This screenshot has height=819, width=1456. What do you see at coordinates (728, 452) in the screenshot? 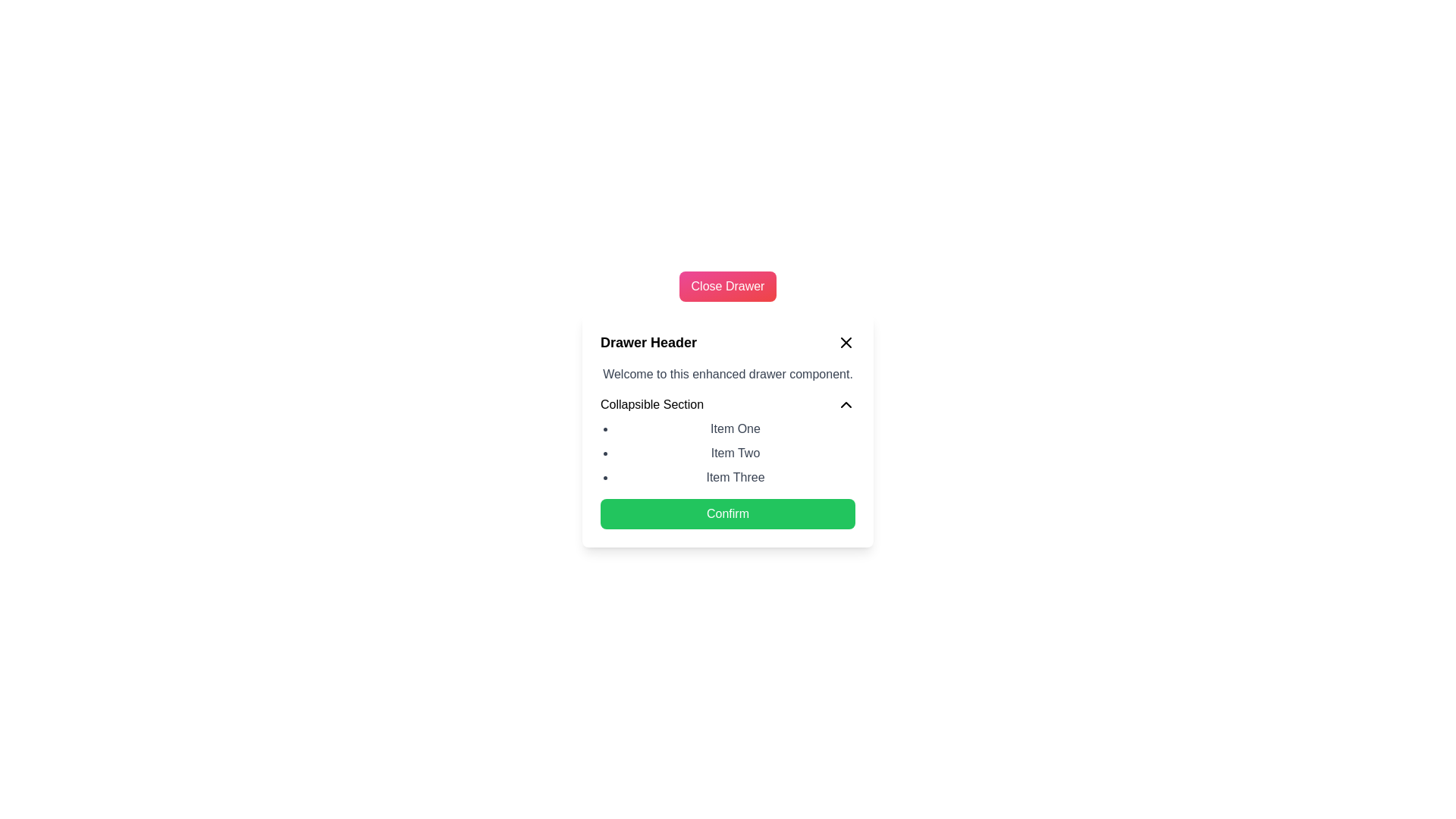
I see `any item in the unordered list containing 'Item One', 'Item Two', and 'Item Three' to observe tooltip or styling changes` at bounding box center [728, 452].